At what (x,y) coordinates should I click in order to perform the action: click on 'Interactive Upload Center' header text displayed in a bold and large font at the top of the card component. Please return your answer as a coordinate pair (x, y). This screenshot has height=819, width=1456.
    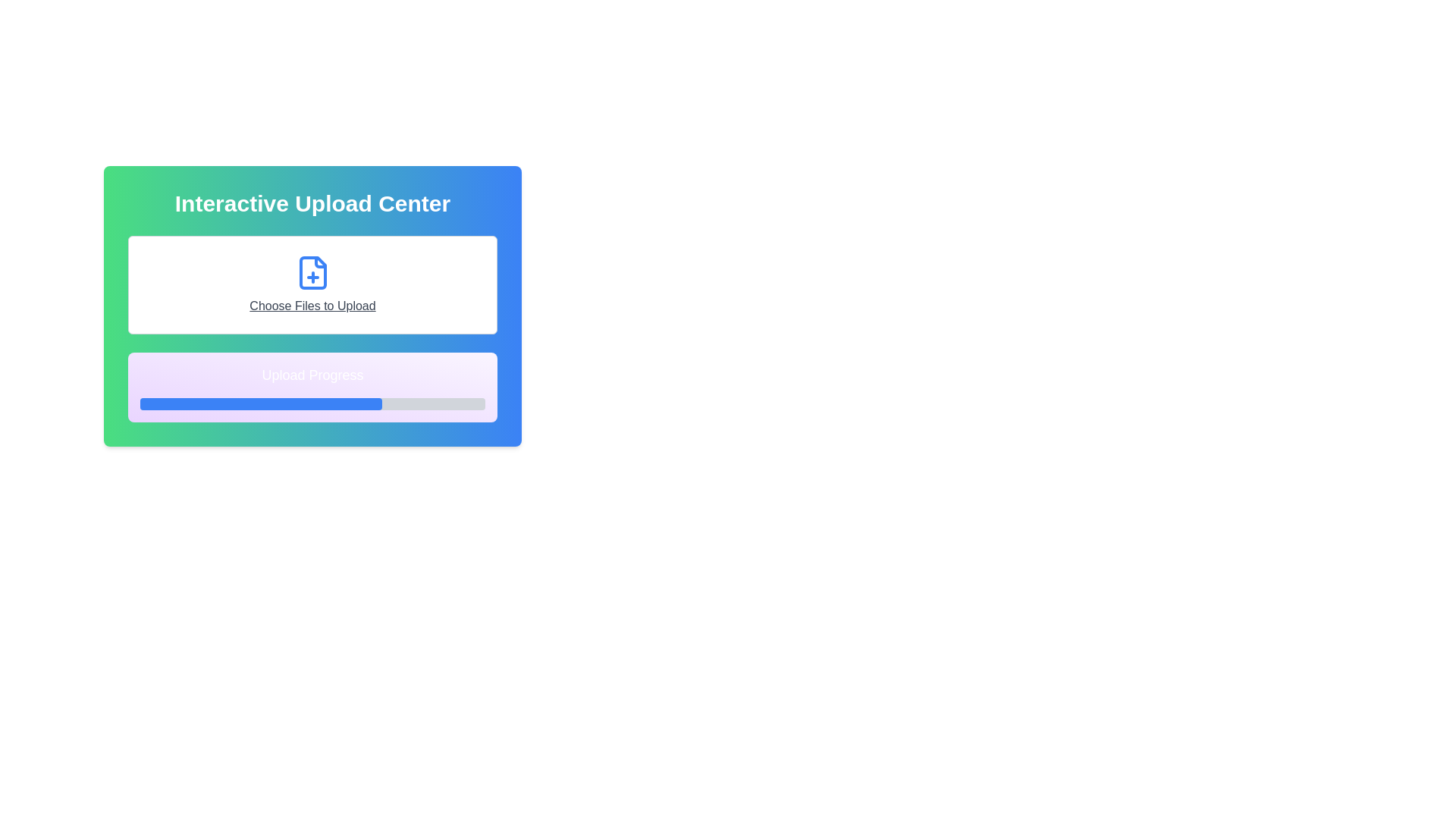
    Looking at the image, I should click on (312, 203).